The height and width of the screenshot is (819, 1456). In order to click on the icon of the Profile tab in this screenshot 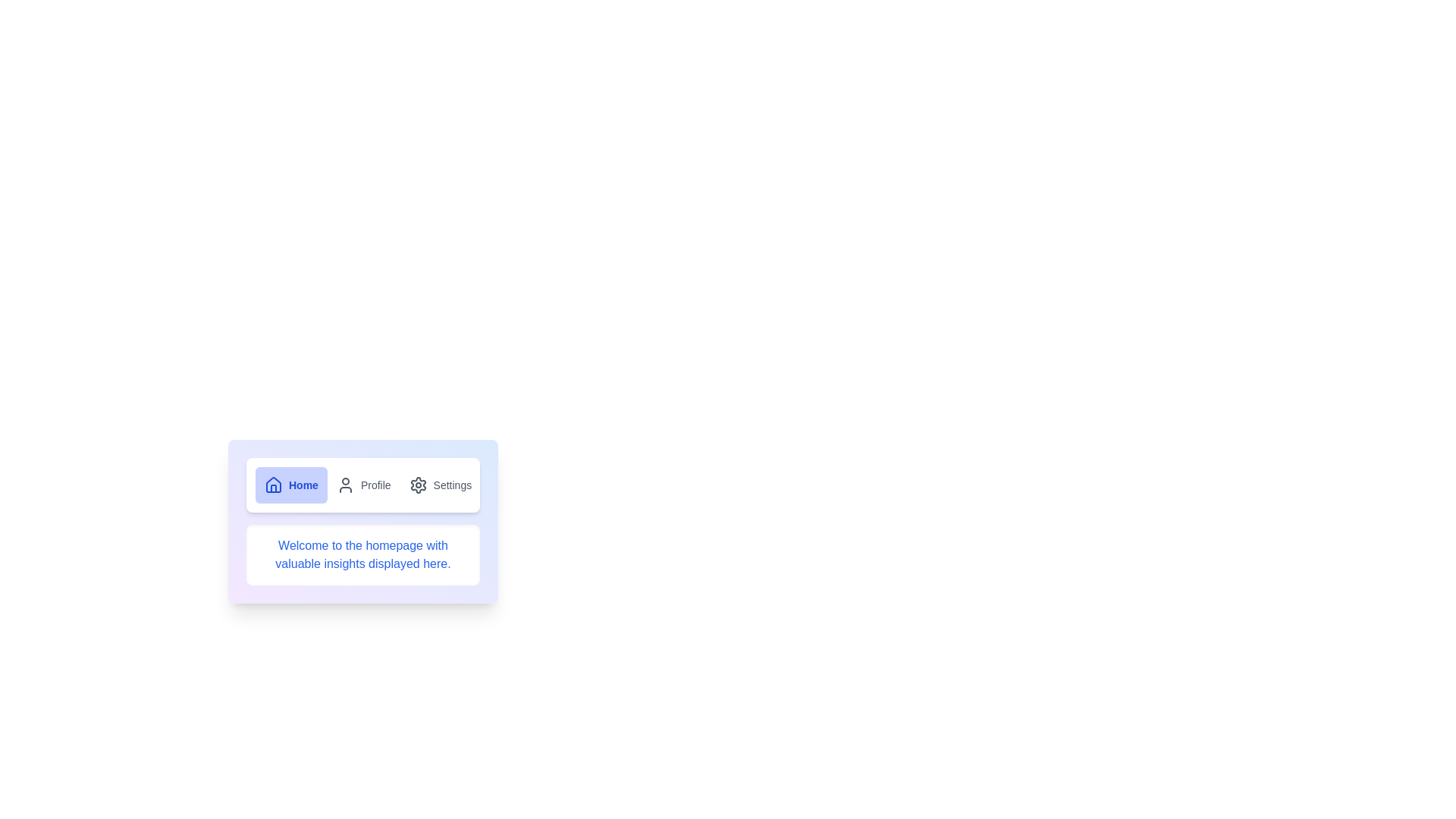, I will do `click(345, 485)`.